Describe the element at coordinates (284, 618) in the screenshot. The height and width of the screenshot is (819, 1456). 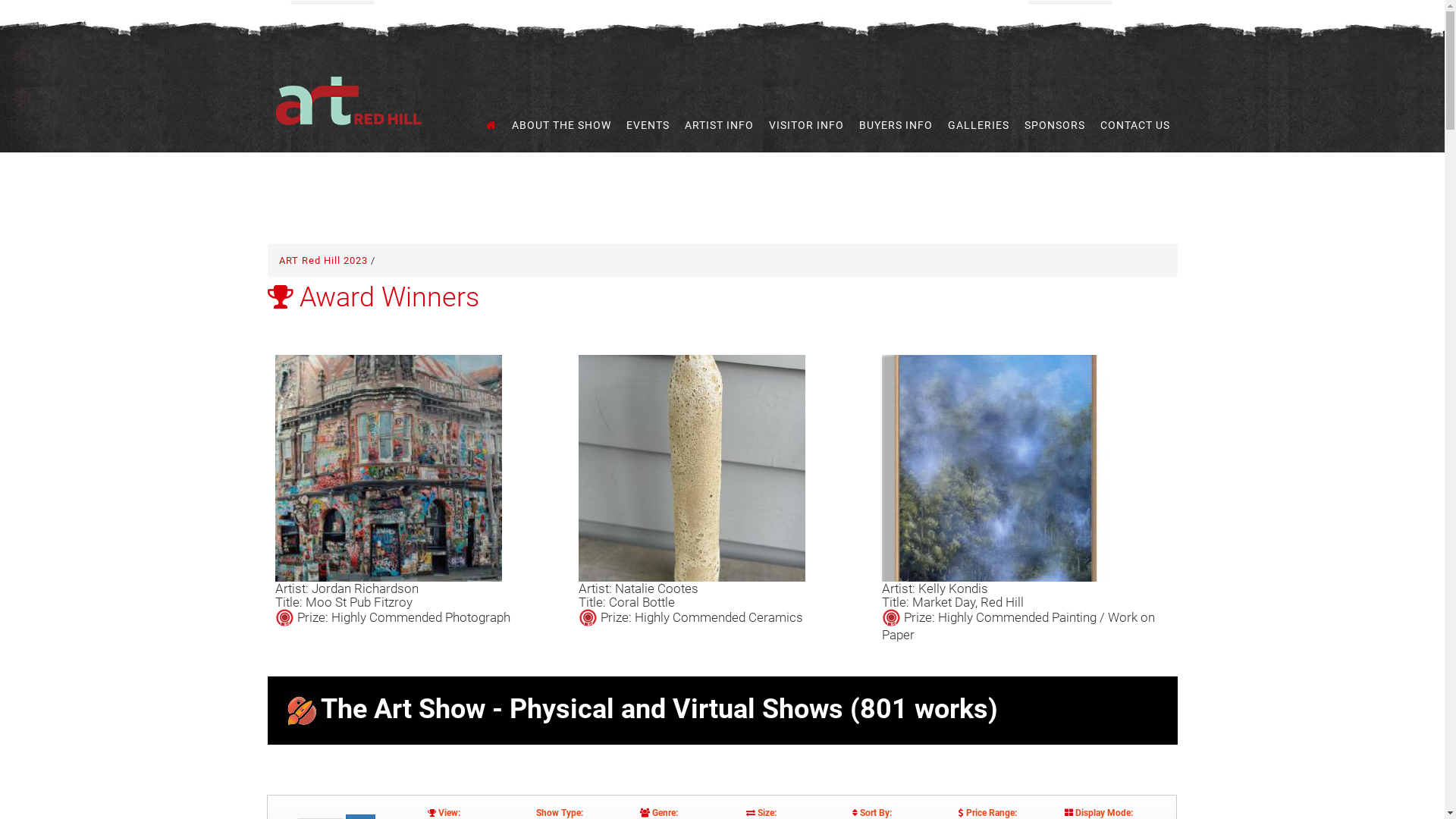
I see `'This Item is a Prize Winner'` at that location.